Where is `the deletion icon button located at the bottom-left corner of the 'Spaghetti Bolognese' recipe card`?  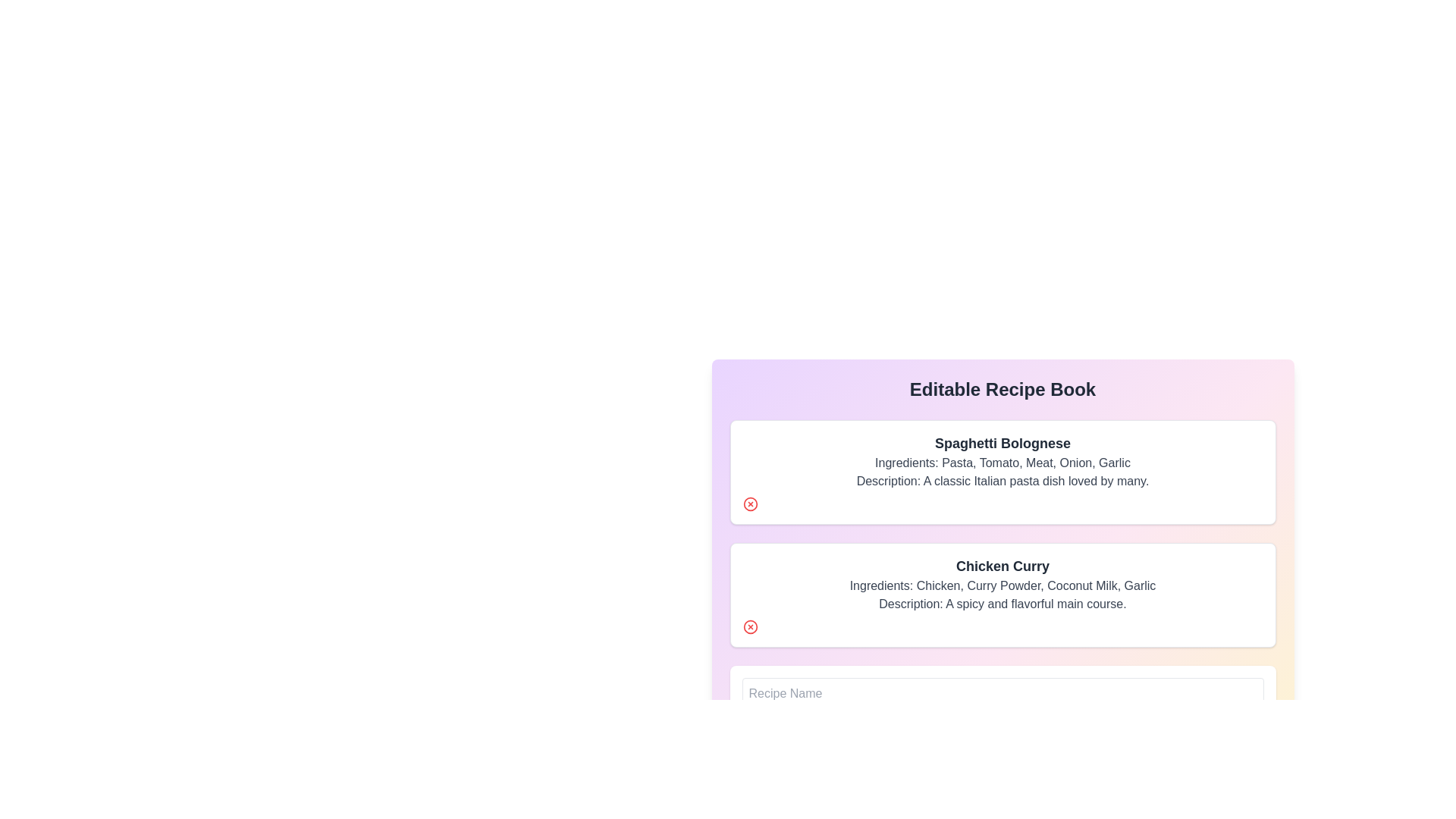 the deletion icon button located at the bottom-left corner of the 'Spaghetti Bolognese' recipe card is located at coordinates (750, 504).